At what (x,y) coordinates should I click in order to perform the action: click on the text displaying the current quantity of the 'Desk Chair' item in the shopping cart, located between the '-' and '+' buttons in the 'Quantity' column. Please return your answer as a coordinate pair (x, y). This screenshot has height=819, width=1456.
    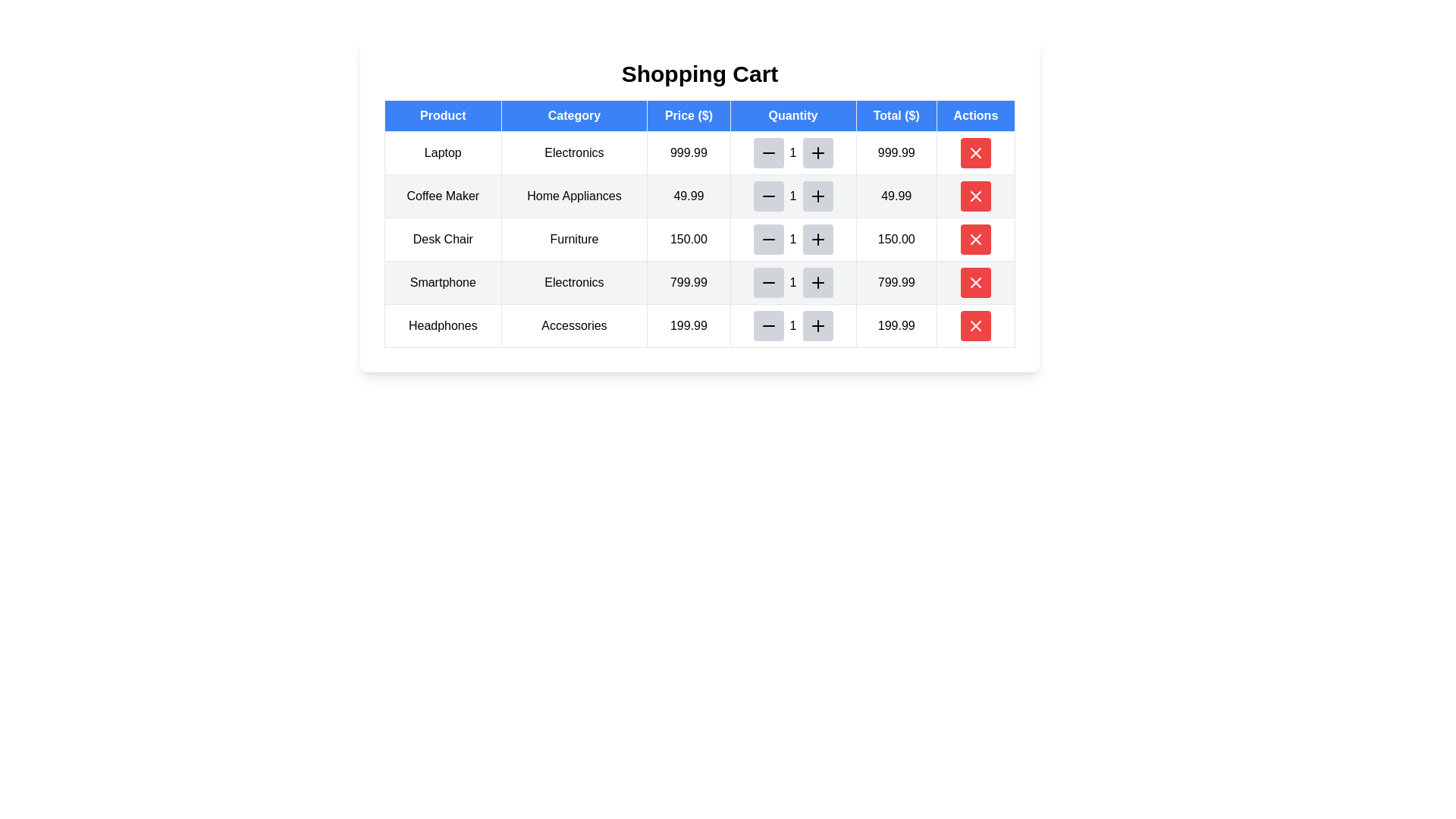
    Looking at the image, I should click on (792, 239).